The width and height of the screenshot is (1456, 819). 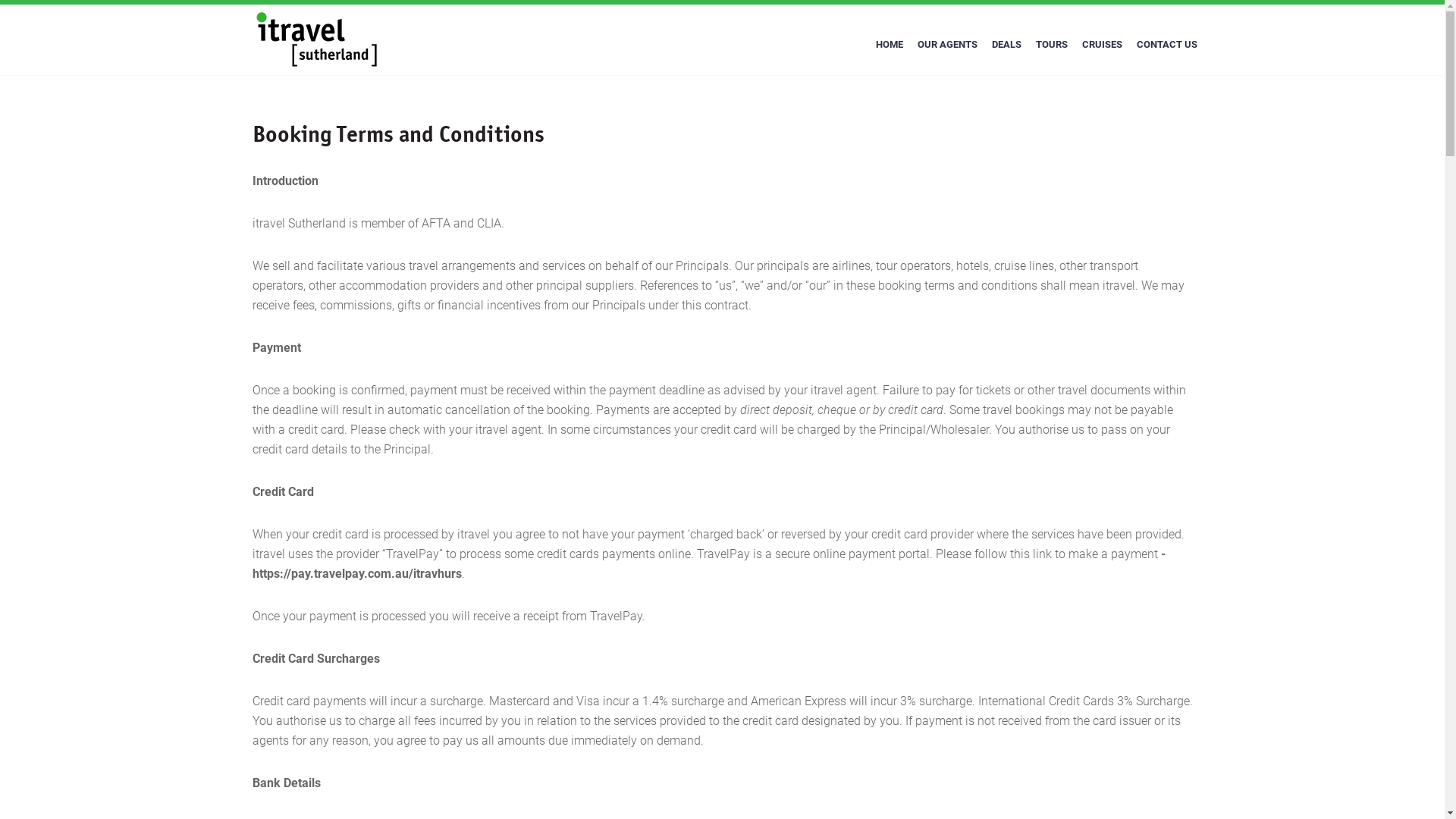 What do you see at coordinates (256, 39) in the screenshot?
I see `'itavel-Sutherland-(dark)'` at bounding box center [256, 39].